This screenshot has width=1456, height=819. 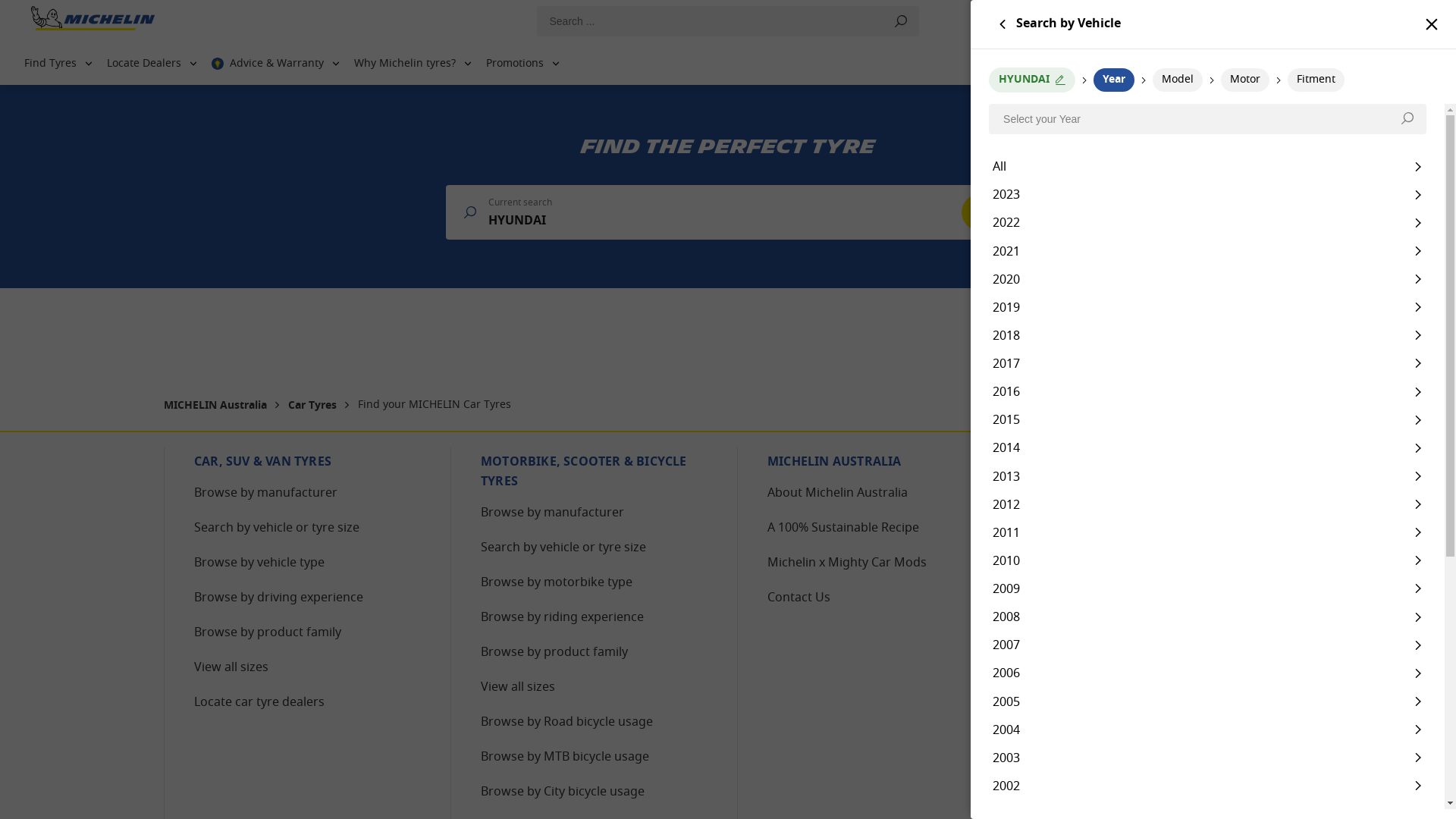 What do you see at coordinates (1207, 222) in the screenshot?
I see `'2022'` at bounding box center [1207, 222].